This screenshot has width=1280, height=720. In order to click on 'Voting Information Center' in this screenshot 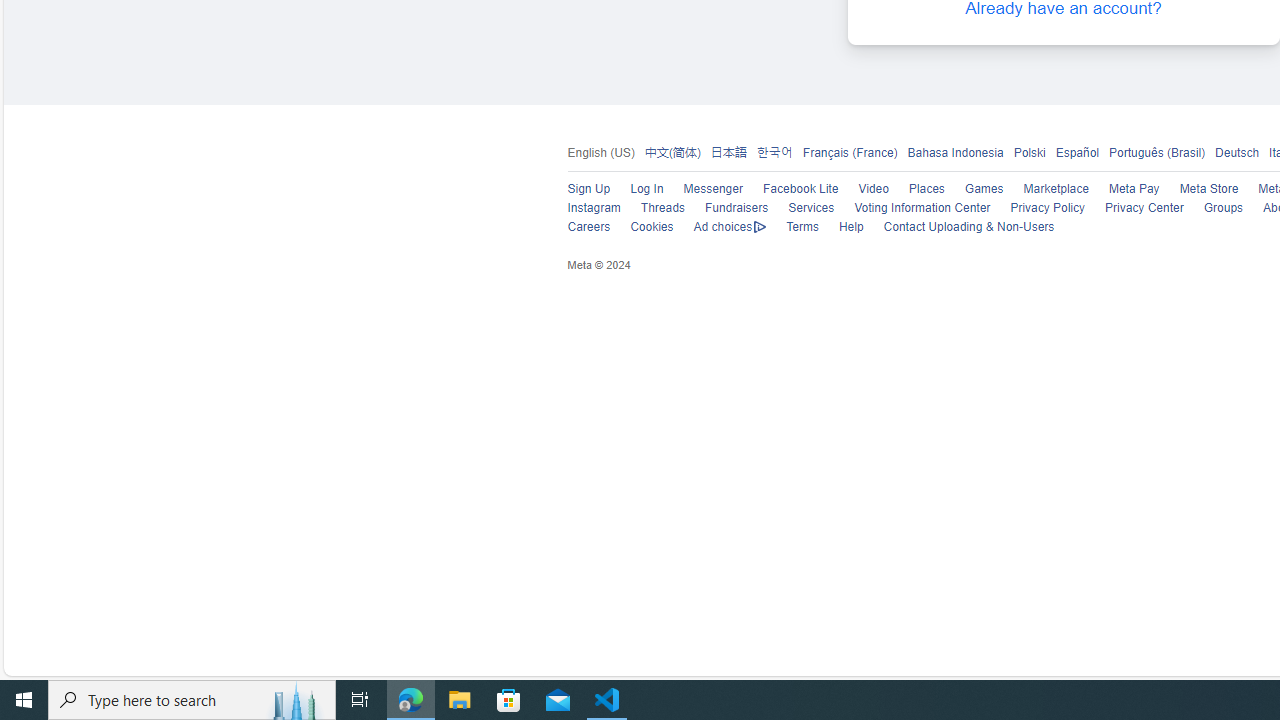, I will do `click(911, 208)`.